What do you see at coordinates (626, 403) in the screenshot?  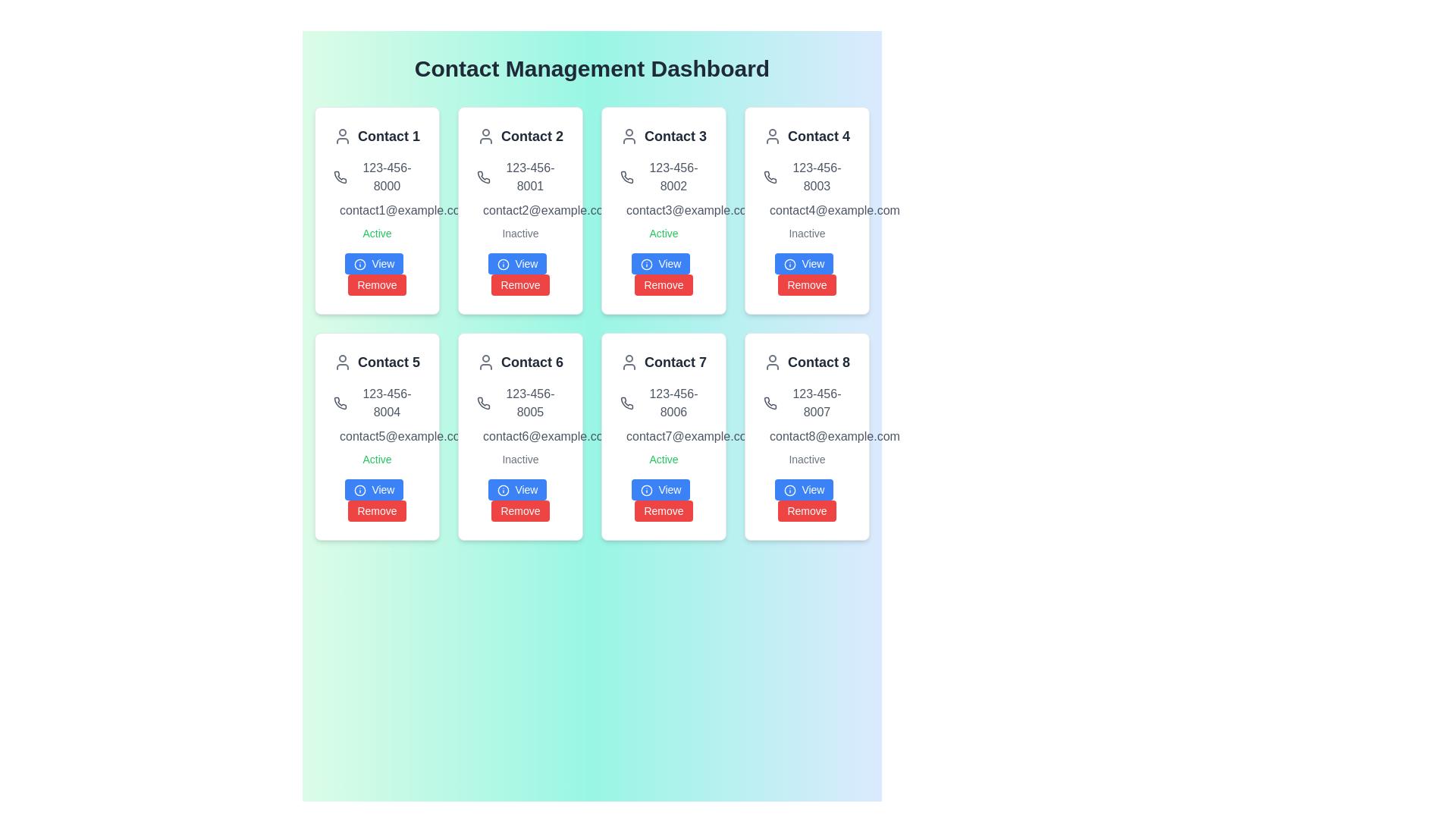 I see `the phone number icon associated with 'Contact 7', which is located to the left of the phone number text '123-456-8006'` at bounding box center [626, 403].